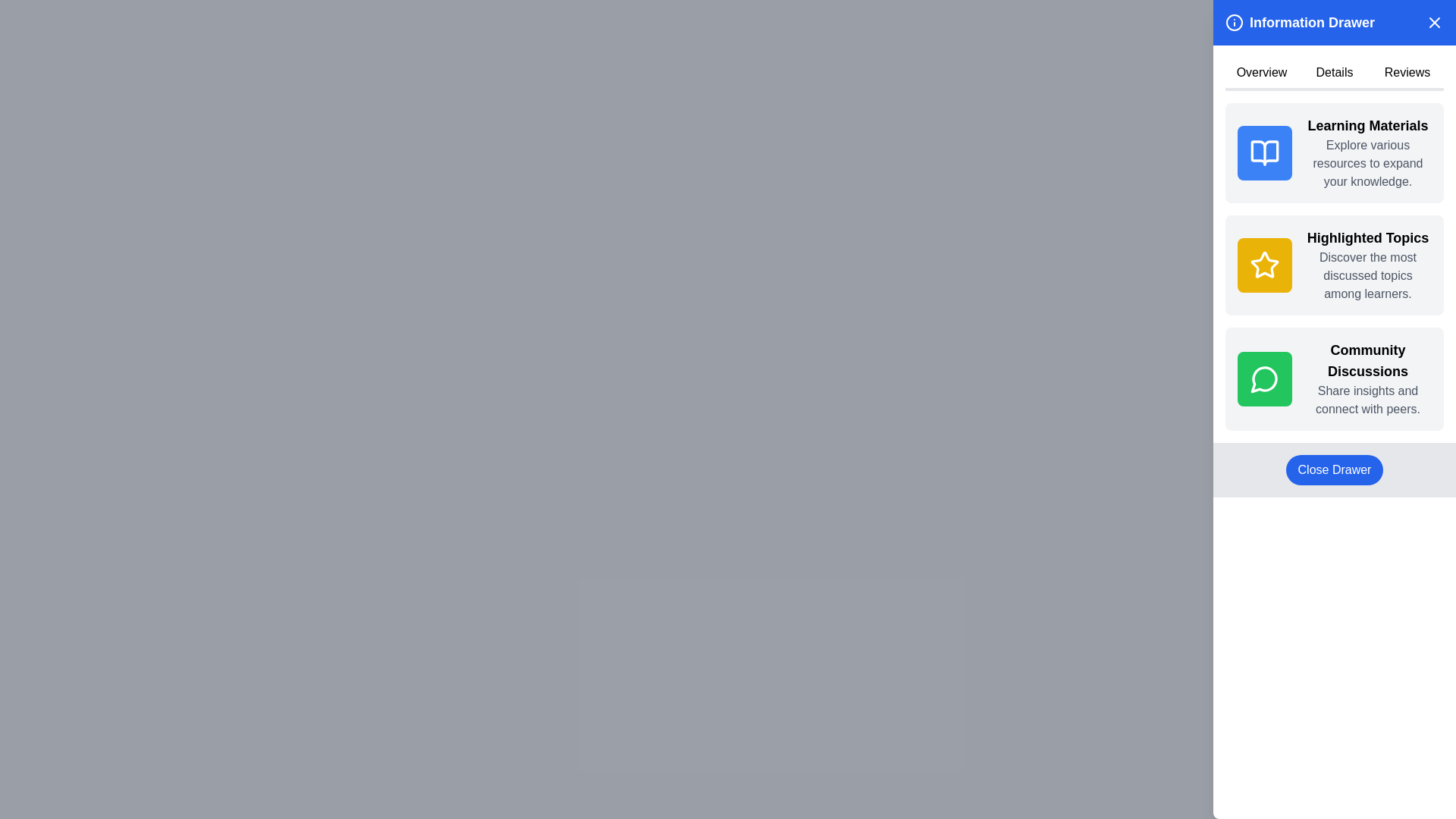 This screenshot has width=1456, height=819. Describe the element at coordinates (1265, 152) in the screenshot. I see `the blue square button with rounded corners containing a white book icon in the Information Drawer section` at that location.